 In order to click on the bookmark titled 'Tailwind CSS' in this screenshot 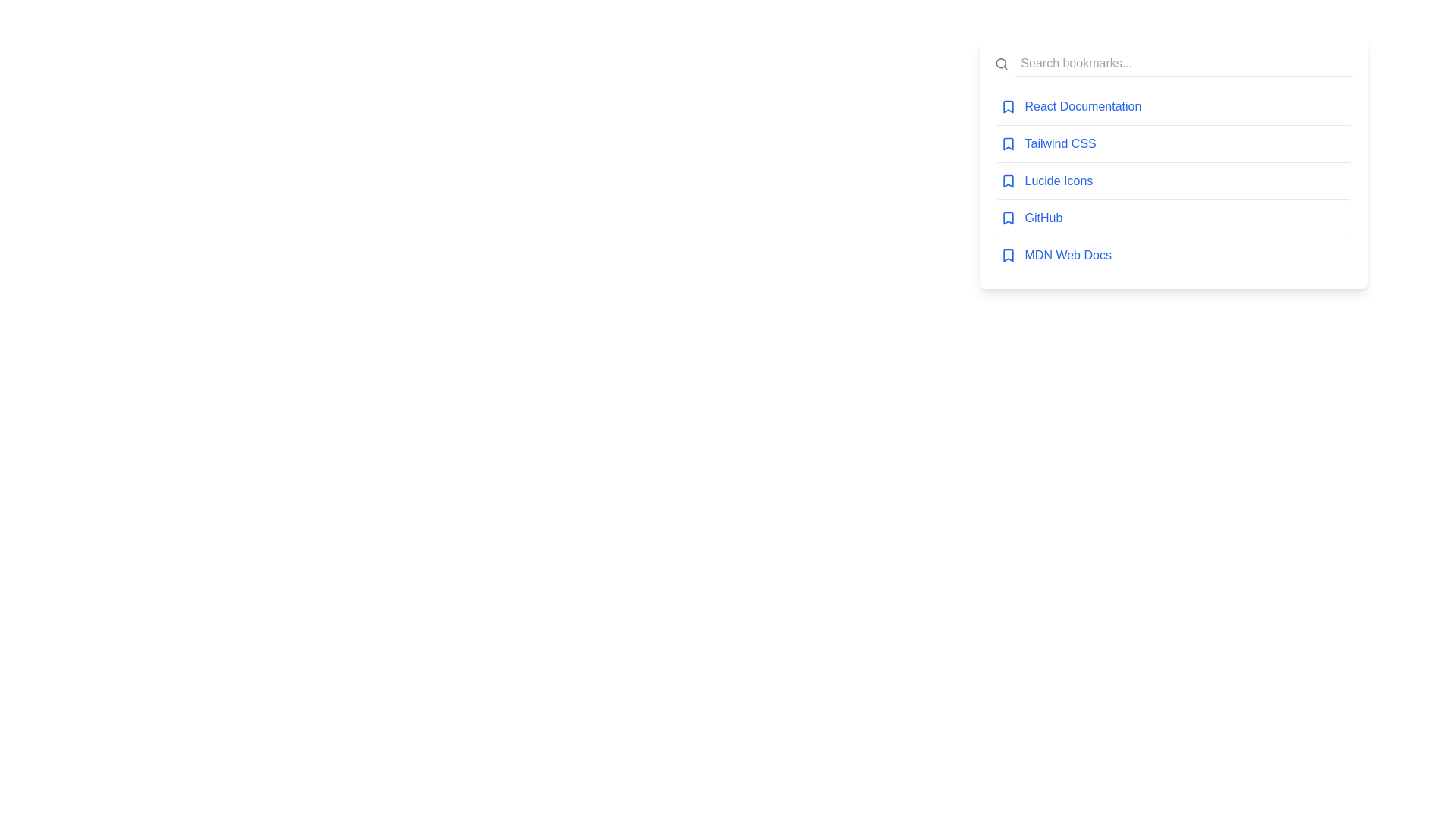, I will do `click(1172, 143)`.